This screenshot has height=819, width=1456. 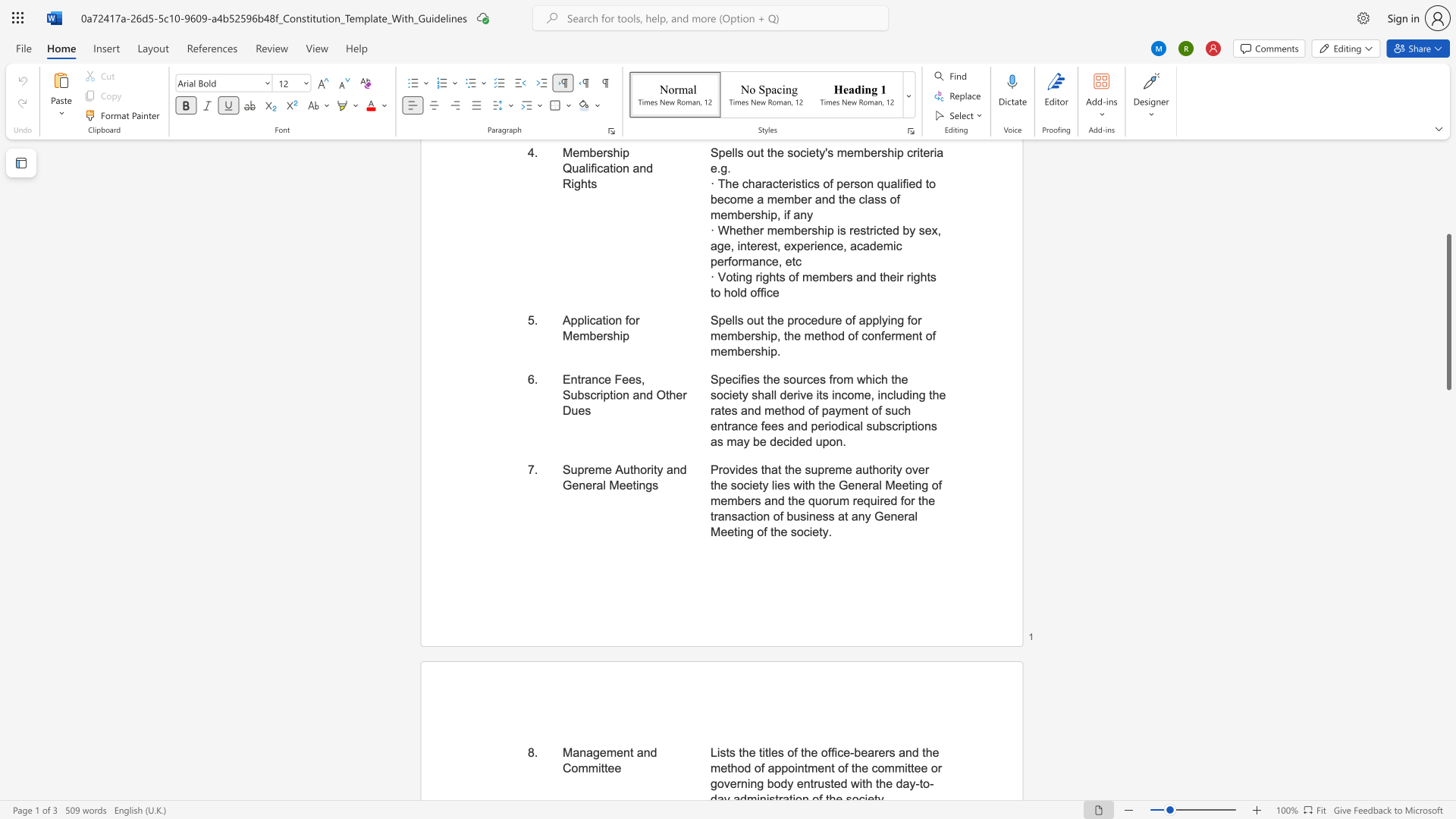 I want to click on the subset text "ting of members and the quorum required for the transaction of business at a" within the text "Provides that the supreme authority over the society lies with the General Meeting of members and the quorum required for the transaction of business at any General Meeting of the society.", so click(x=908, y=485).